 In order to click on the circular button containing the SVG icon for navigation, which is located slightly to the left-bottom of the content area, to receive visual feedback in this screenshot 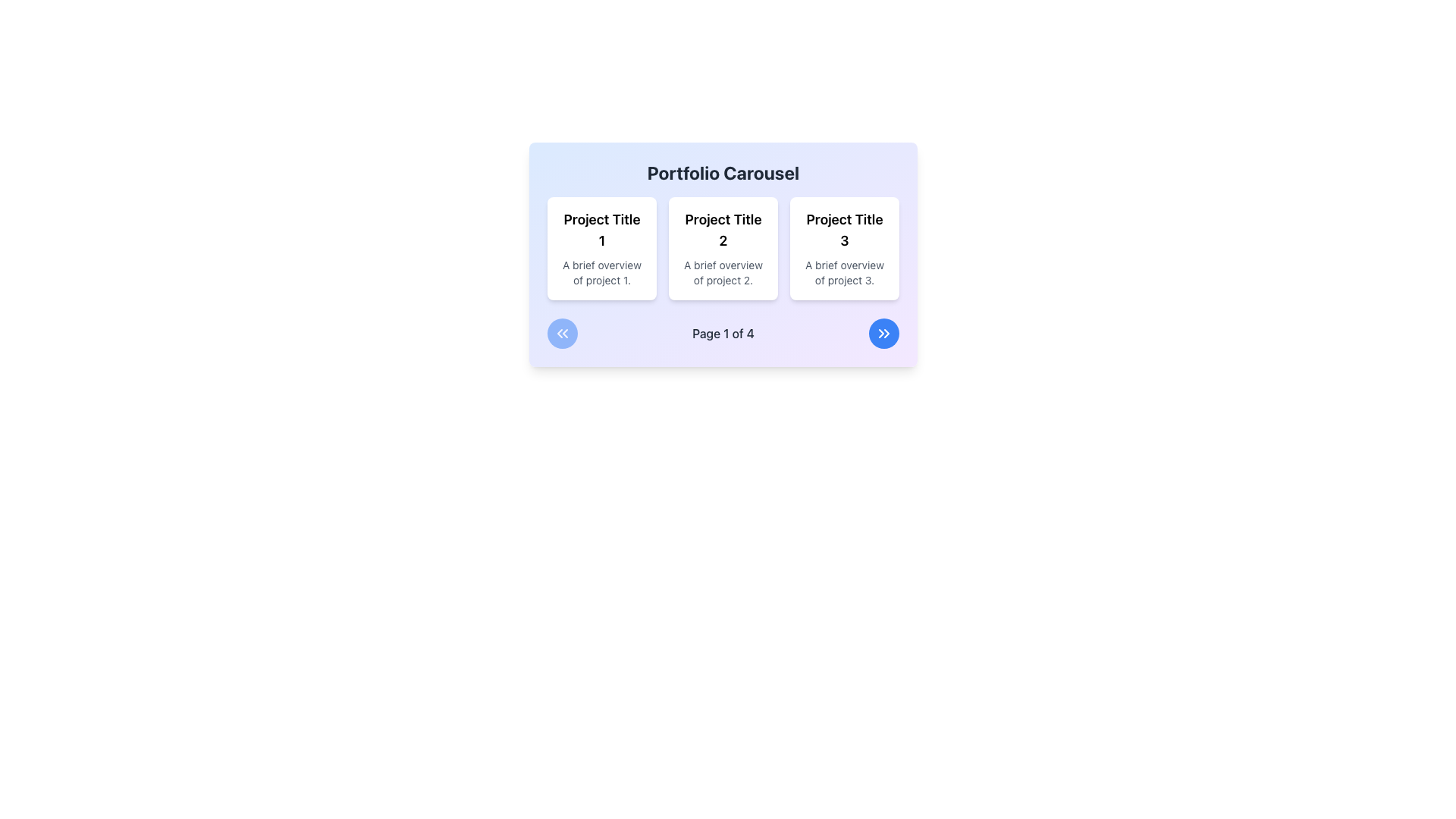, I will do `click(562, 332)`.